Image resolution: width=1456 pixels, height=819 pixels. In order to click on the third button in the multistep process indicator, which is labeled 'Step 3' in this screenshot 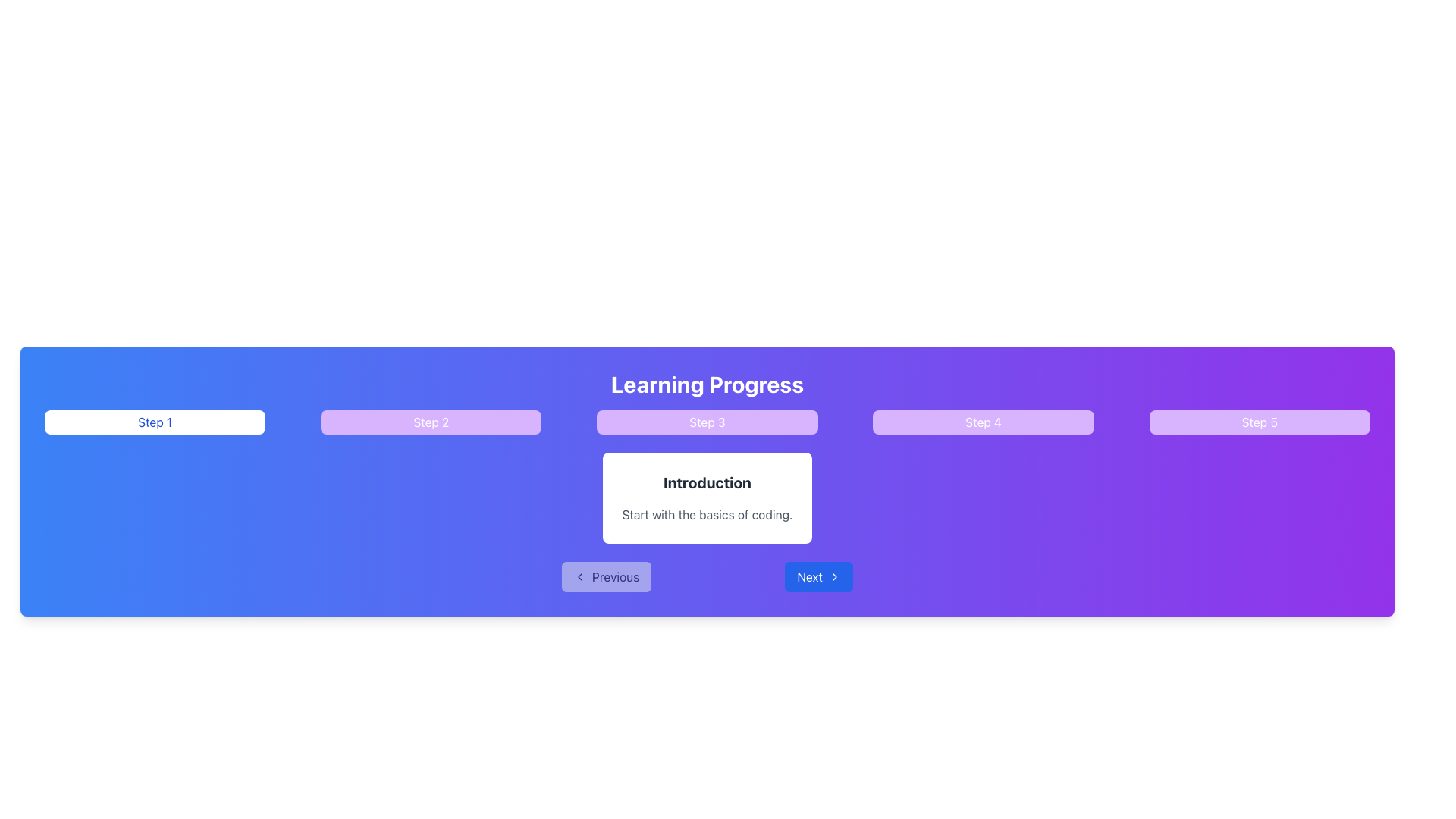, I will do `click(706, 422)`.